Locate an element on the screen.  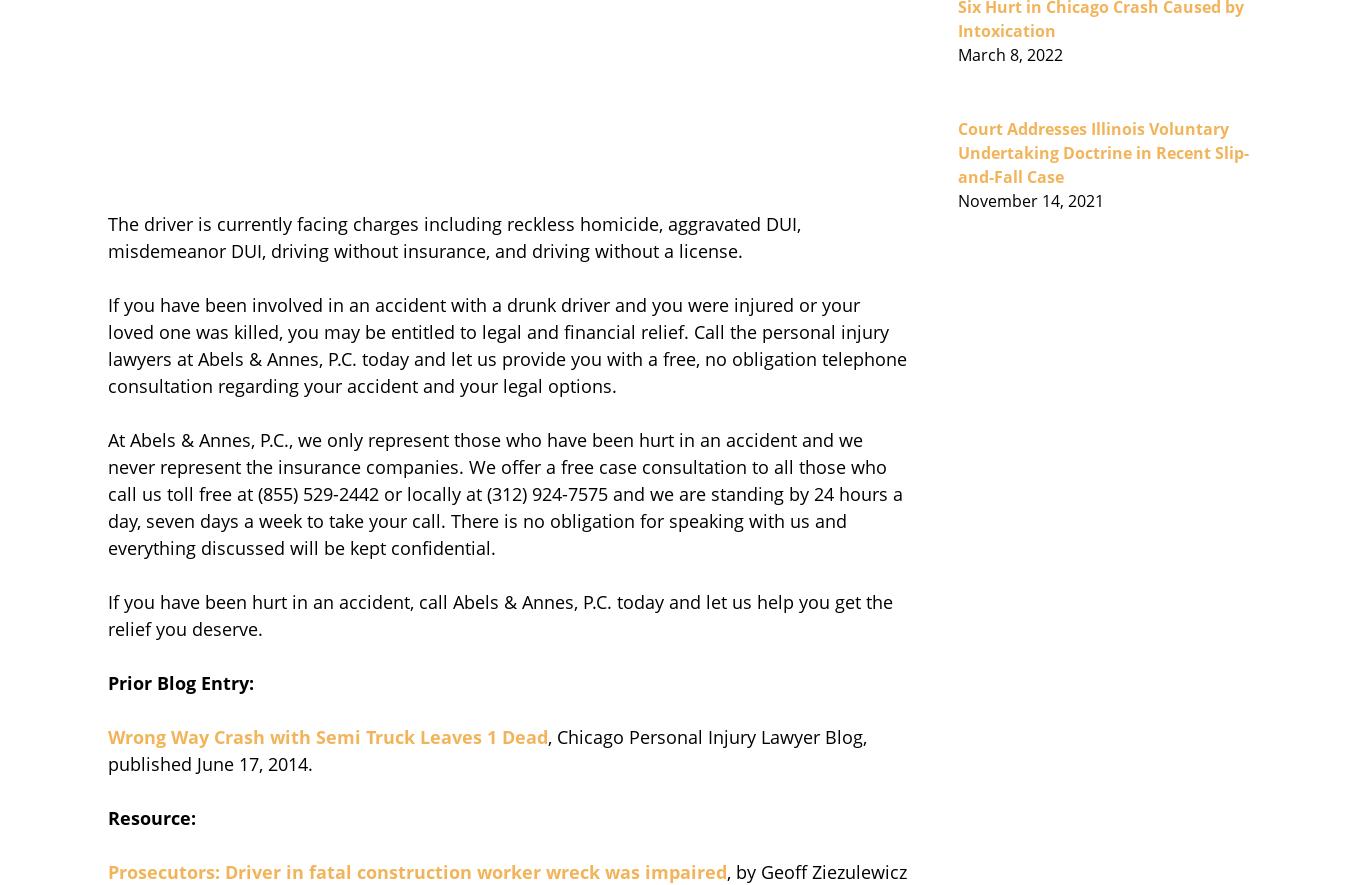
'Wrong Way Crash with Semi Truck Leaves 1 Dead' is located at coordinates (327, 737).